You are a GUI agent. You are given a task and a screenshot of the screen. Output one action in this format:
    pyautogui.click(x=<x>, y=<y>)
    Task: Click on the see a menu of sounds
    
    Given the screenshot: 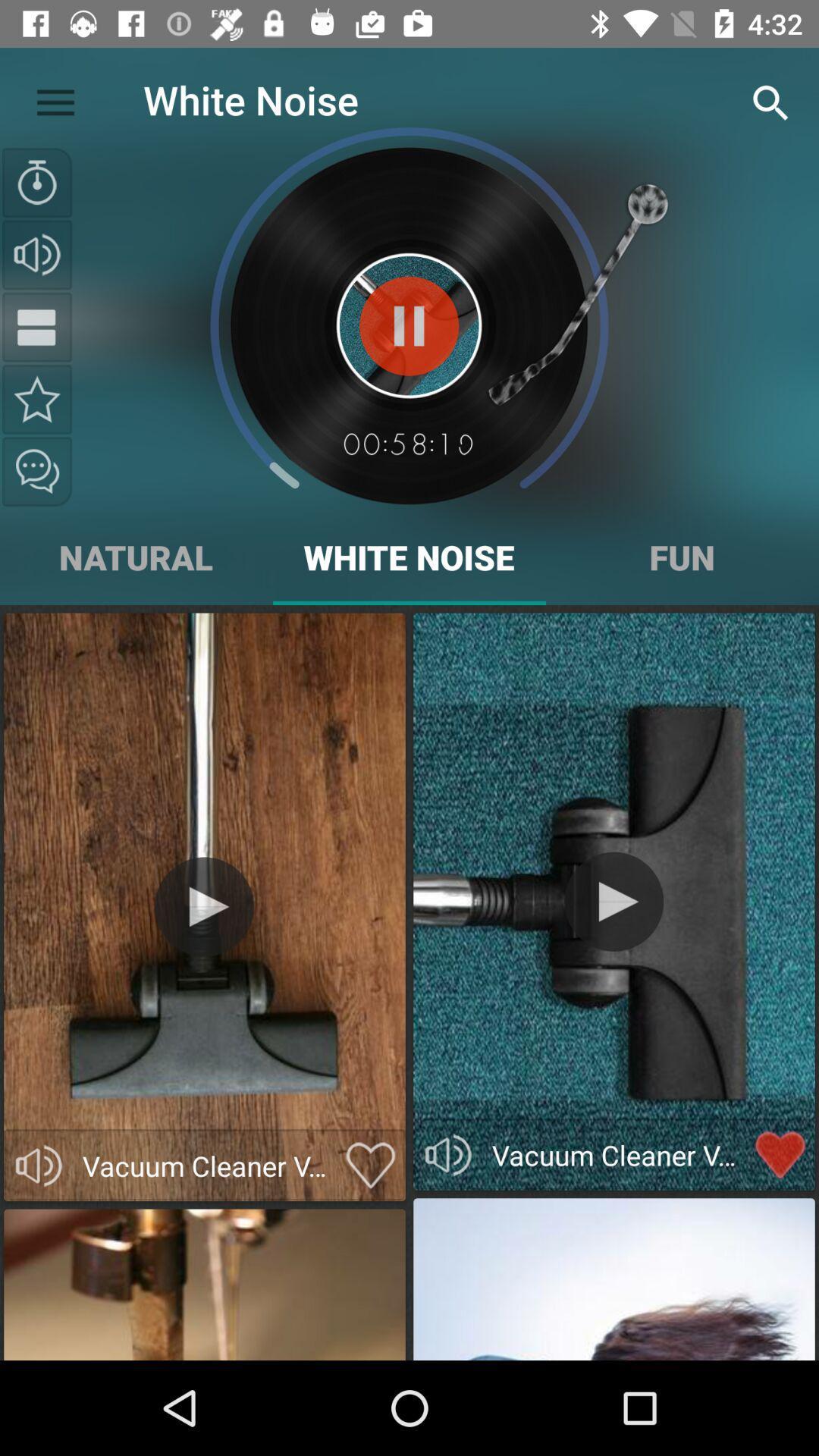 What is the action you would take?
    pyautogui.click(x=36, y=326)
    